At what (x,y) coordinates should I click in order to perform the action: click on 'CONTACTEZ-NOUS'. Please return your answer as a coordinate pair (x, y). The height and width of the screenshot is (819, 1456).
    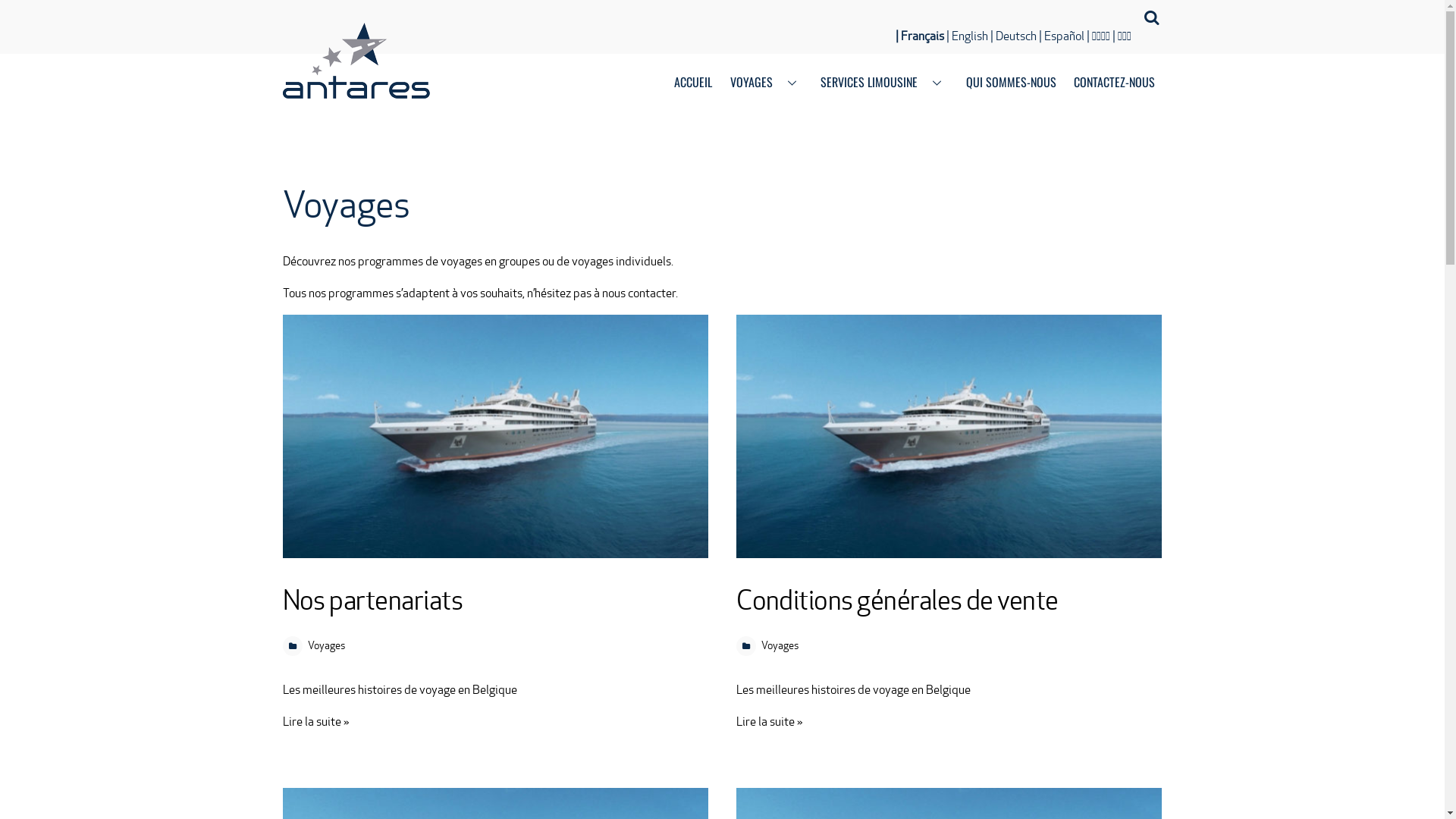
    Looking at the image, I should click on (1113, 83).